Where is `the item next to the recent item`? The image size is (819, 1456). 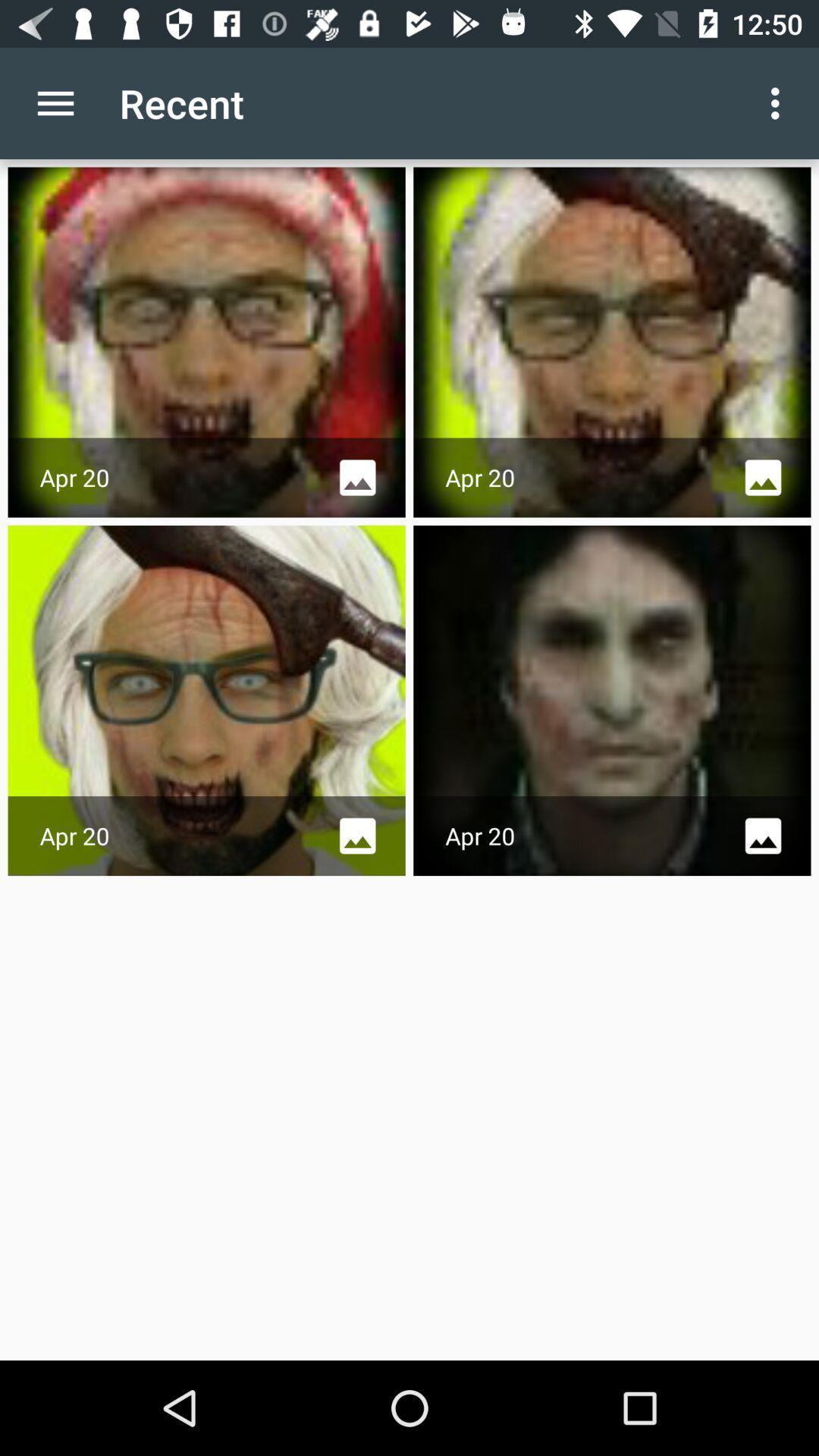 the item next to the recent item is located at coordinates (55, 102).